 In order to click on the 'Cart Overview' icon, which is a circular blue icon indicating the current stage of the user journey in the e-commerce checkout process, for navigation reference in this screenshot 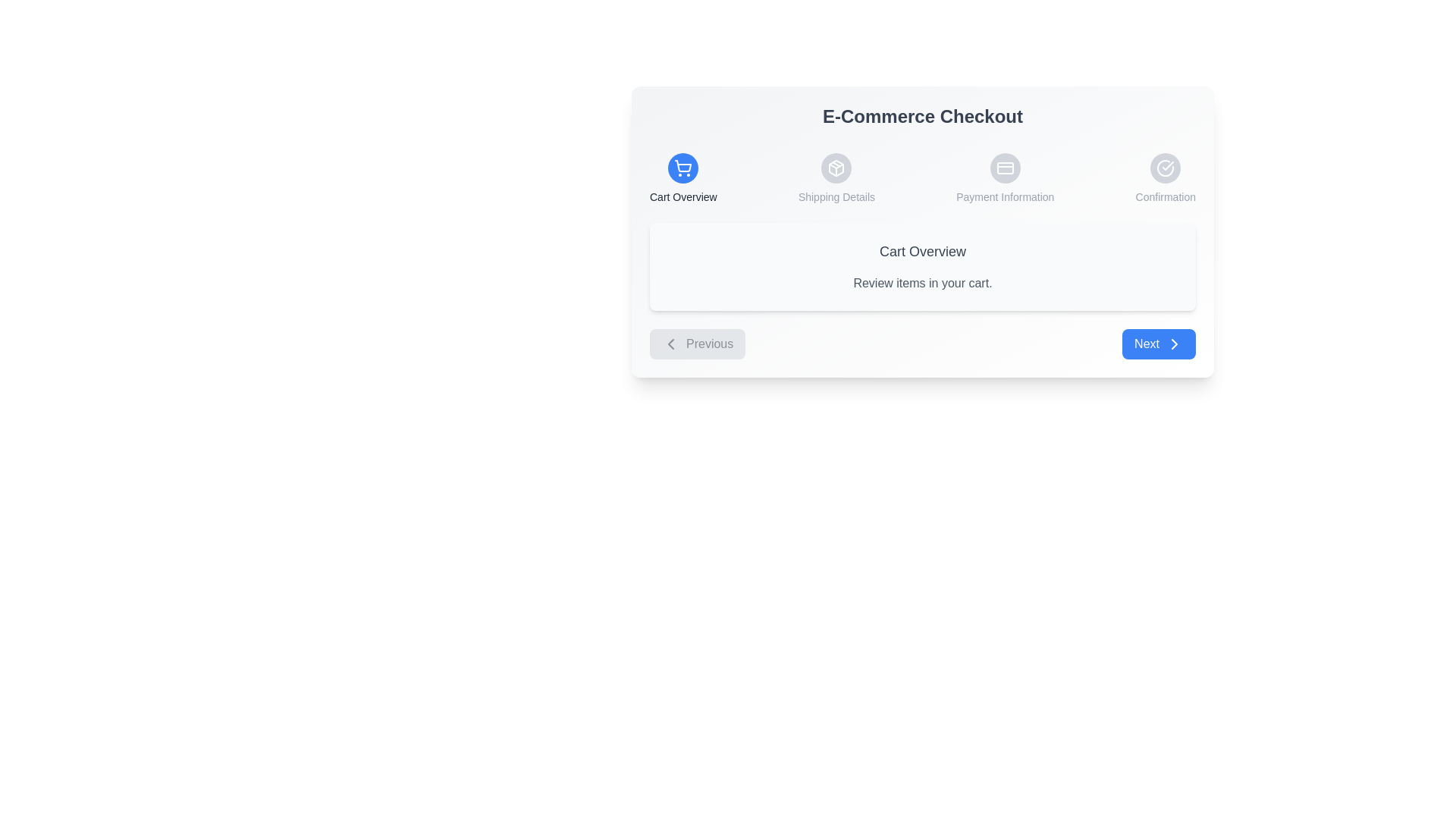, I will do `click(682, 168)`.